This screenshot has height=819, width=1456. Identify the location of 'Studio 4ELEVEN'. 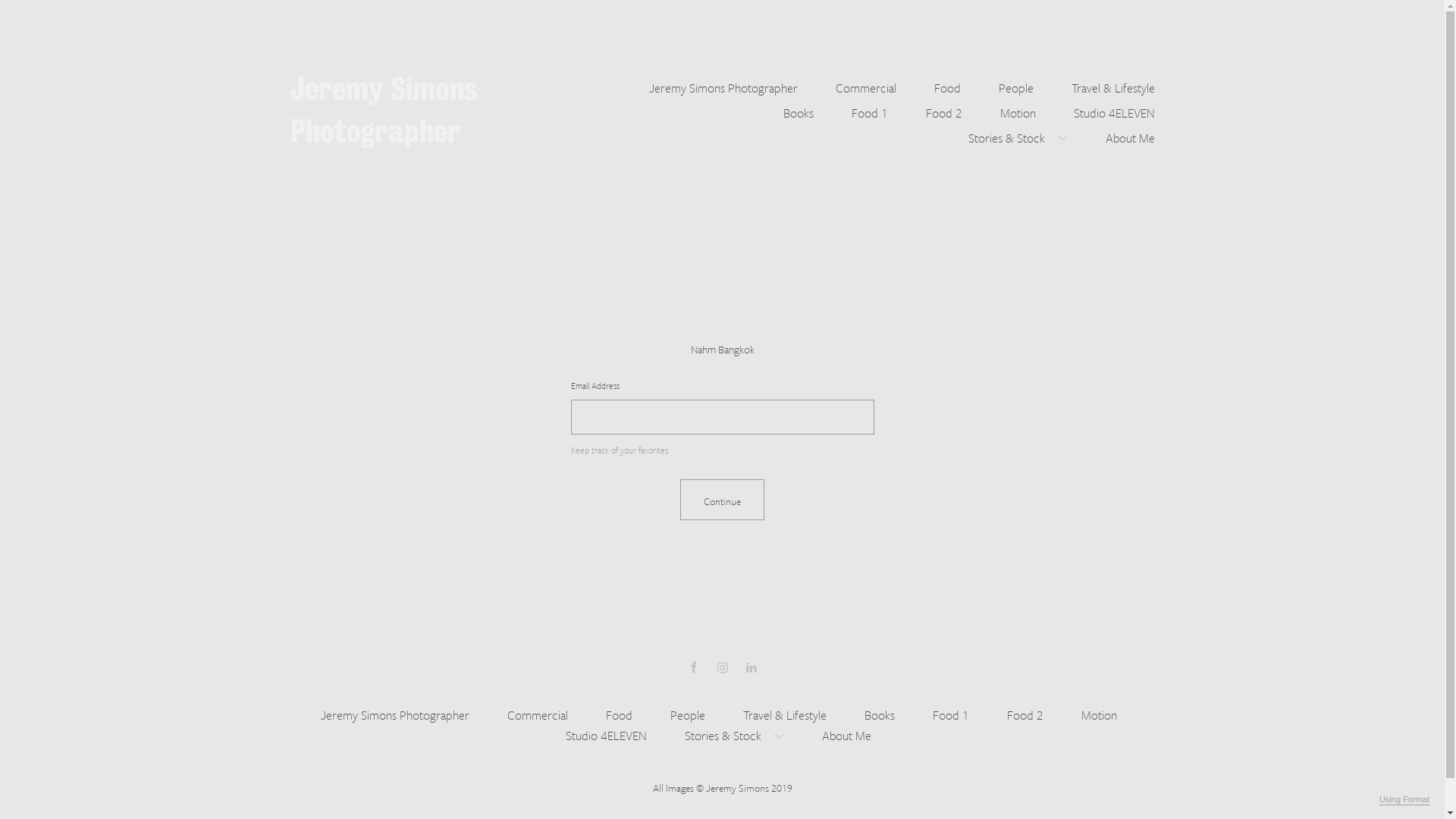
(564, 733).